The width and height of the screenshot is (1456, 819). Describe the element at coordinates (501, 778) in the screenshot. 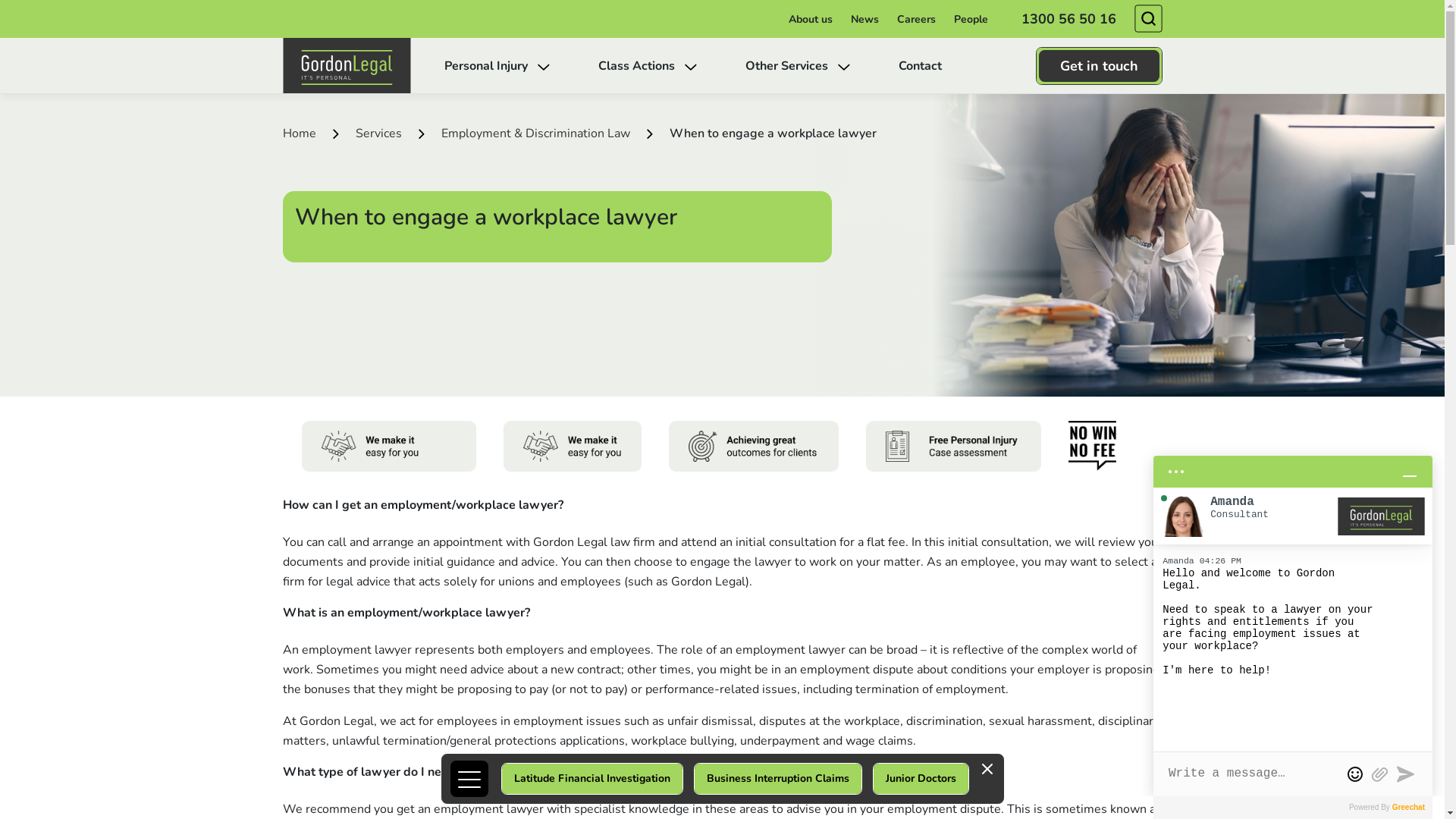

I see `'Latitude Financial Investigation'` at that location.